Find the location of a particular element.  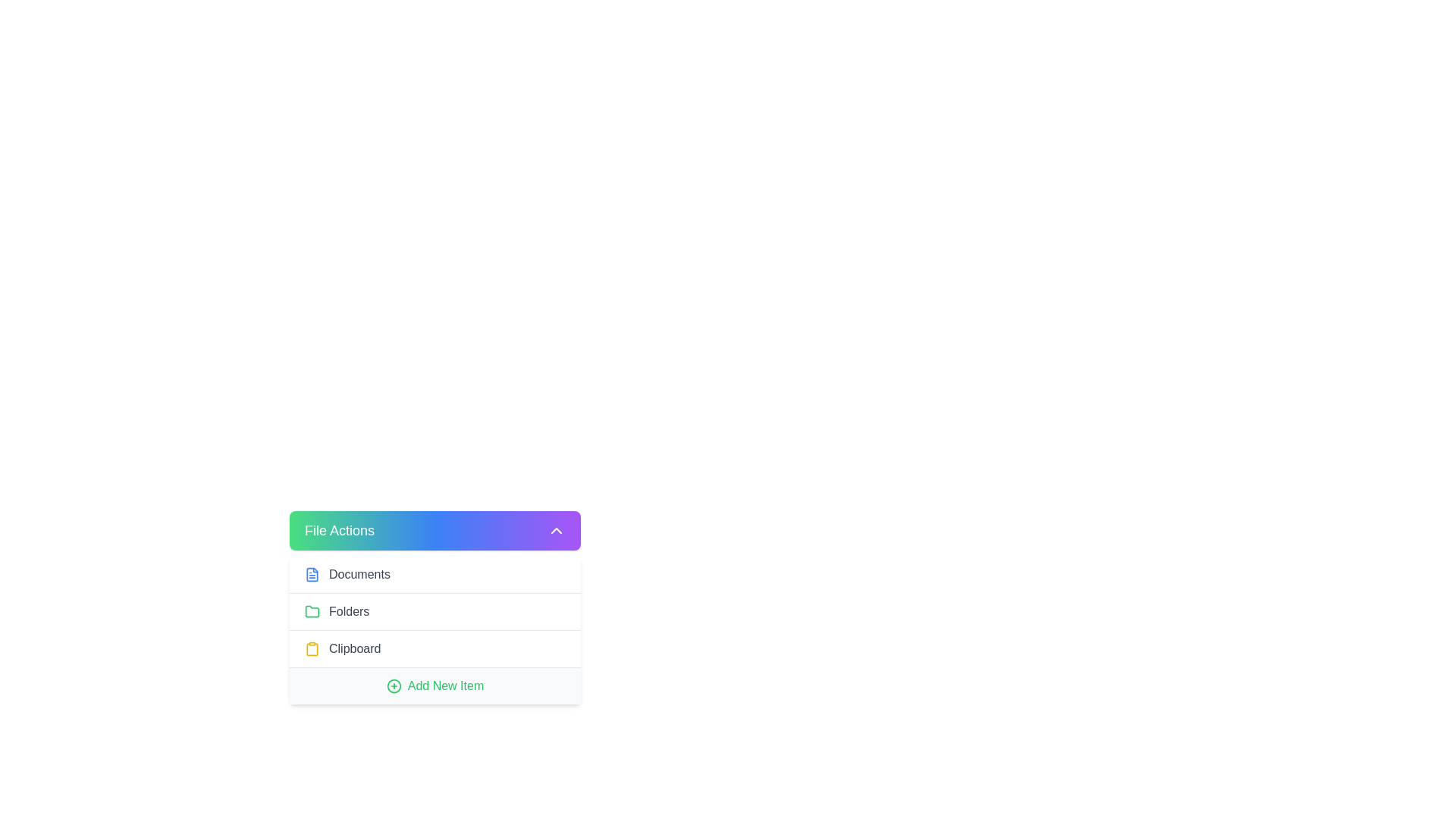

the Chevron Up button icon located at the far right end of the 'File Actions' button is located at coordinates (556, 529).